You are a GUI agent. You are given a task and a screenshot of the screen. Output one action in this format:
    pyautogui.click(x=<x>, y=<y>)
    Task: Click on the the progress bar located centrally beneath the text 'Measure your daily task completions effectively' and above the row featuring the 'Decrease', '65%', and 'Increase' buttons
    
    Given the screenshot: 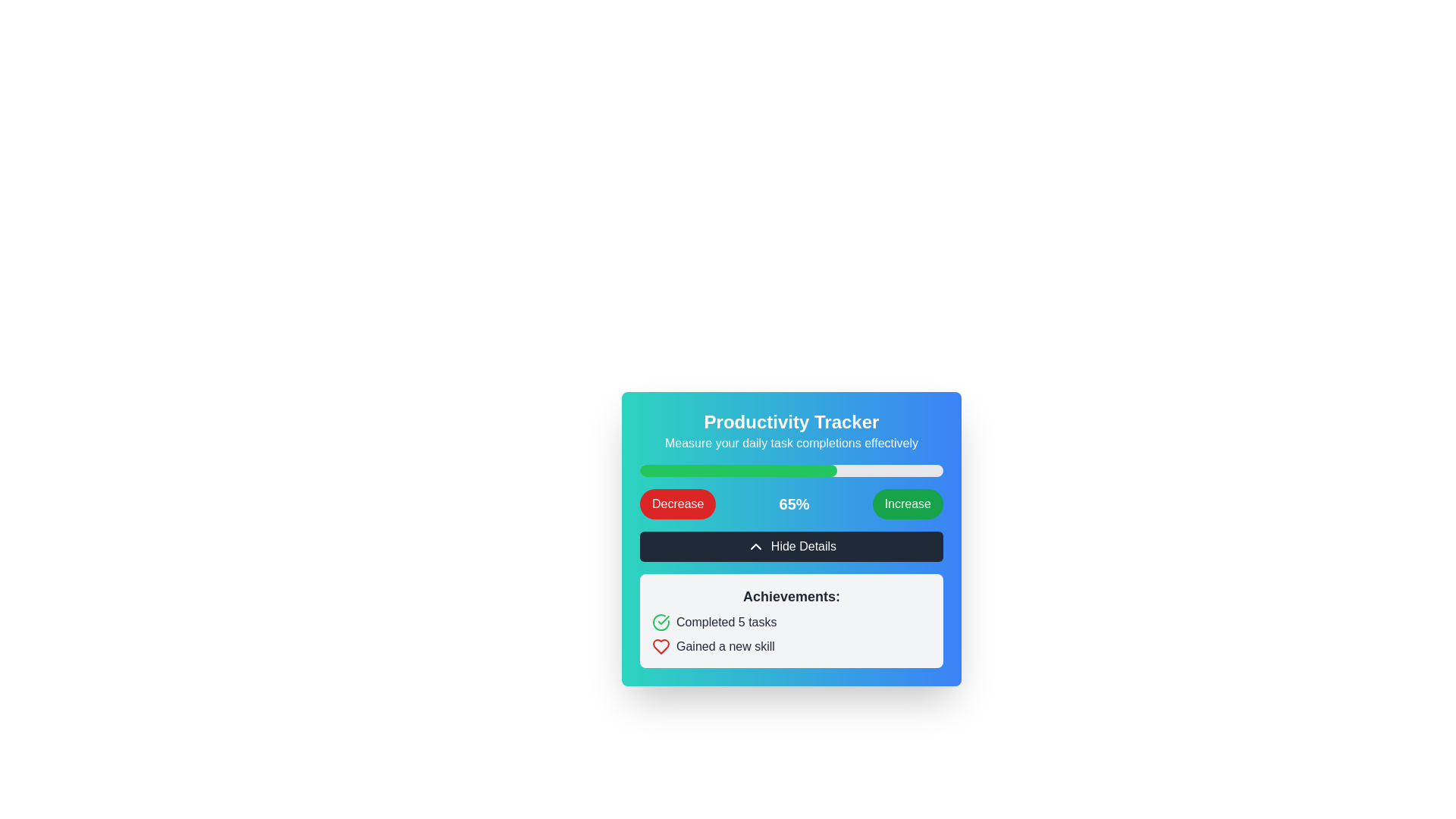 What is the action you would take?
    pyautogui.click(x=790, y=470)
    